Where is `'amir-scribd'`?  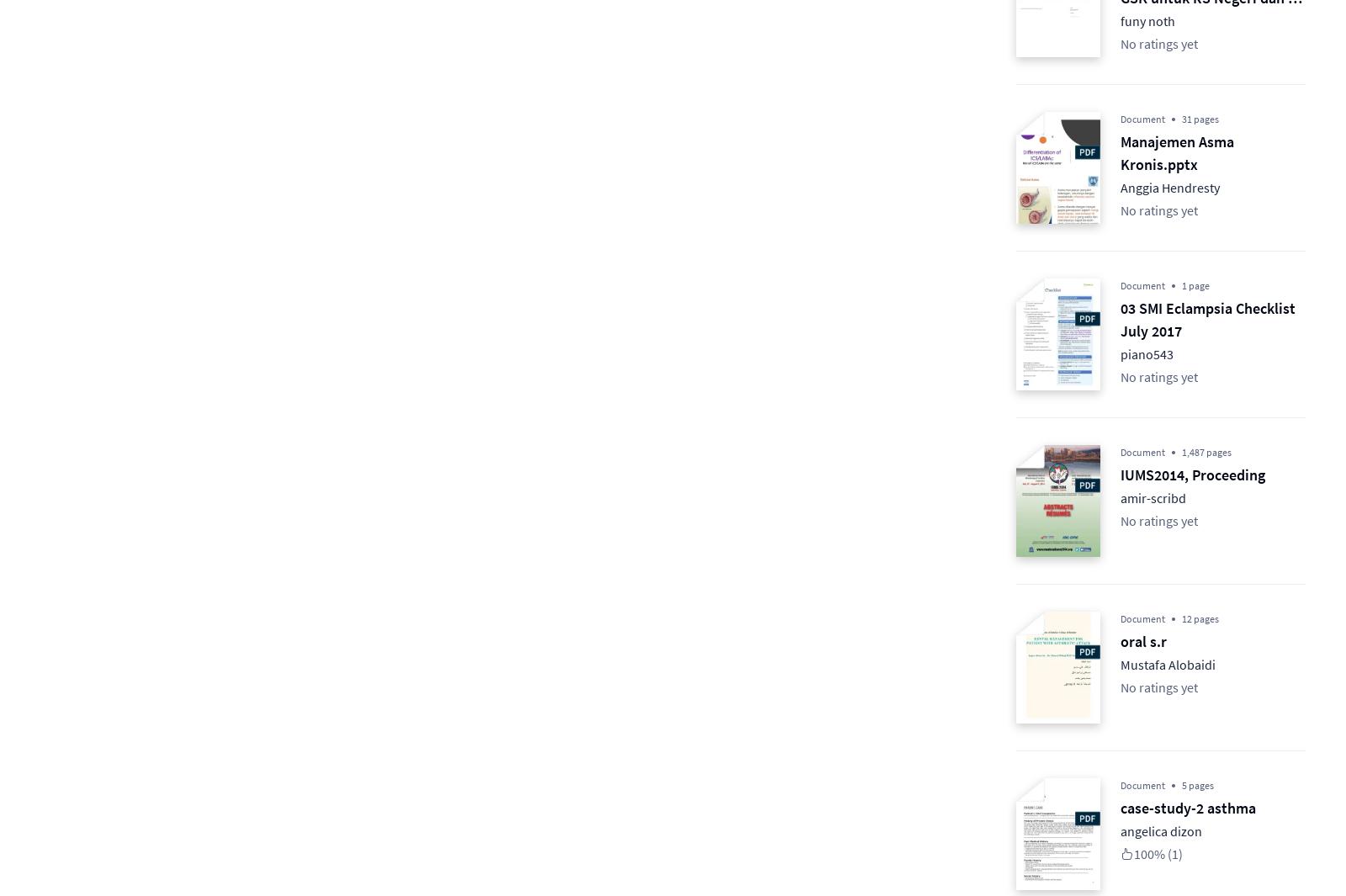 'amir-scribd' is located at coordinates (1153, 498).